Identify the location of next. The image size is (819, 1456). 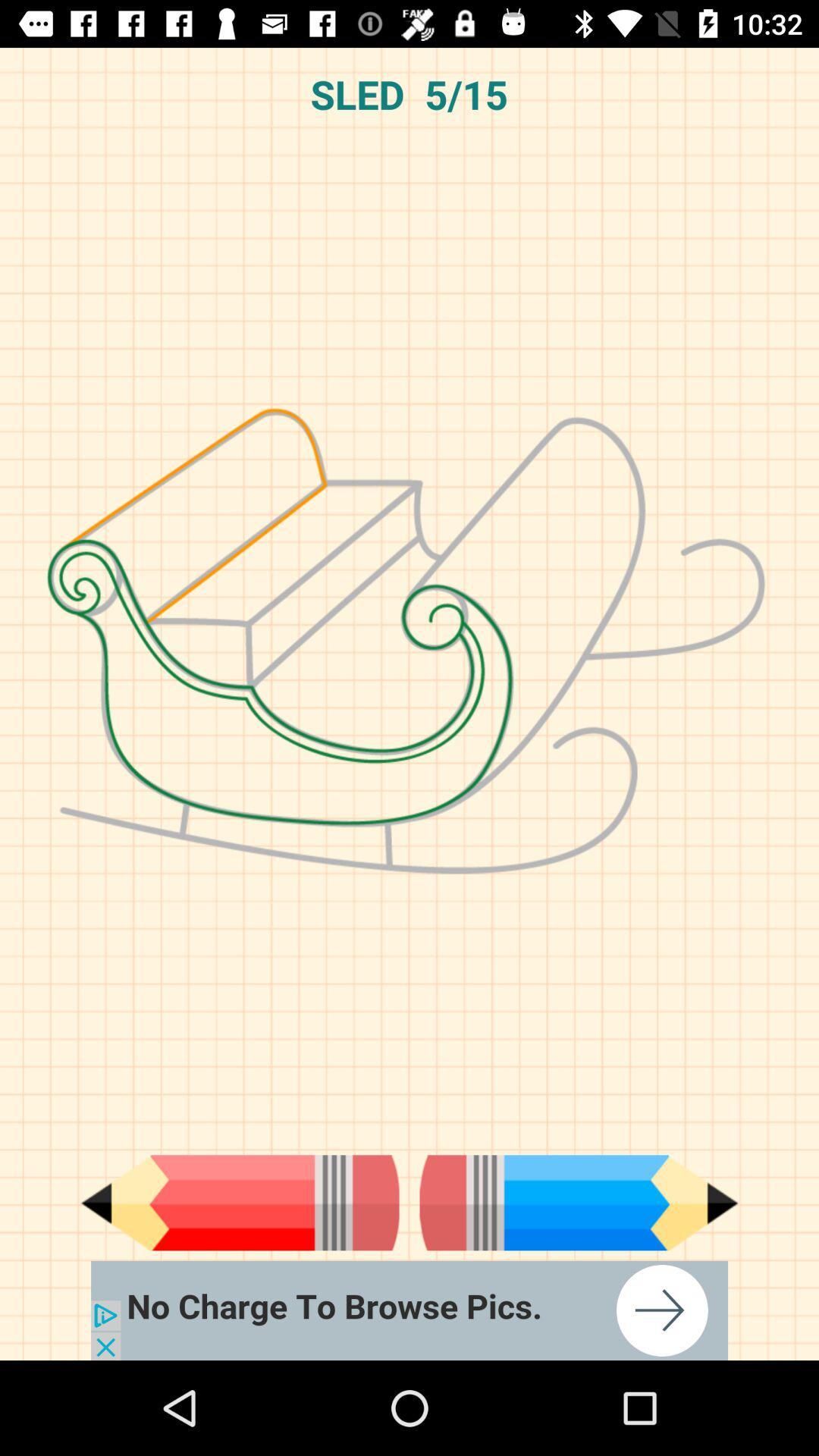
(579, 1202).